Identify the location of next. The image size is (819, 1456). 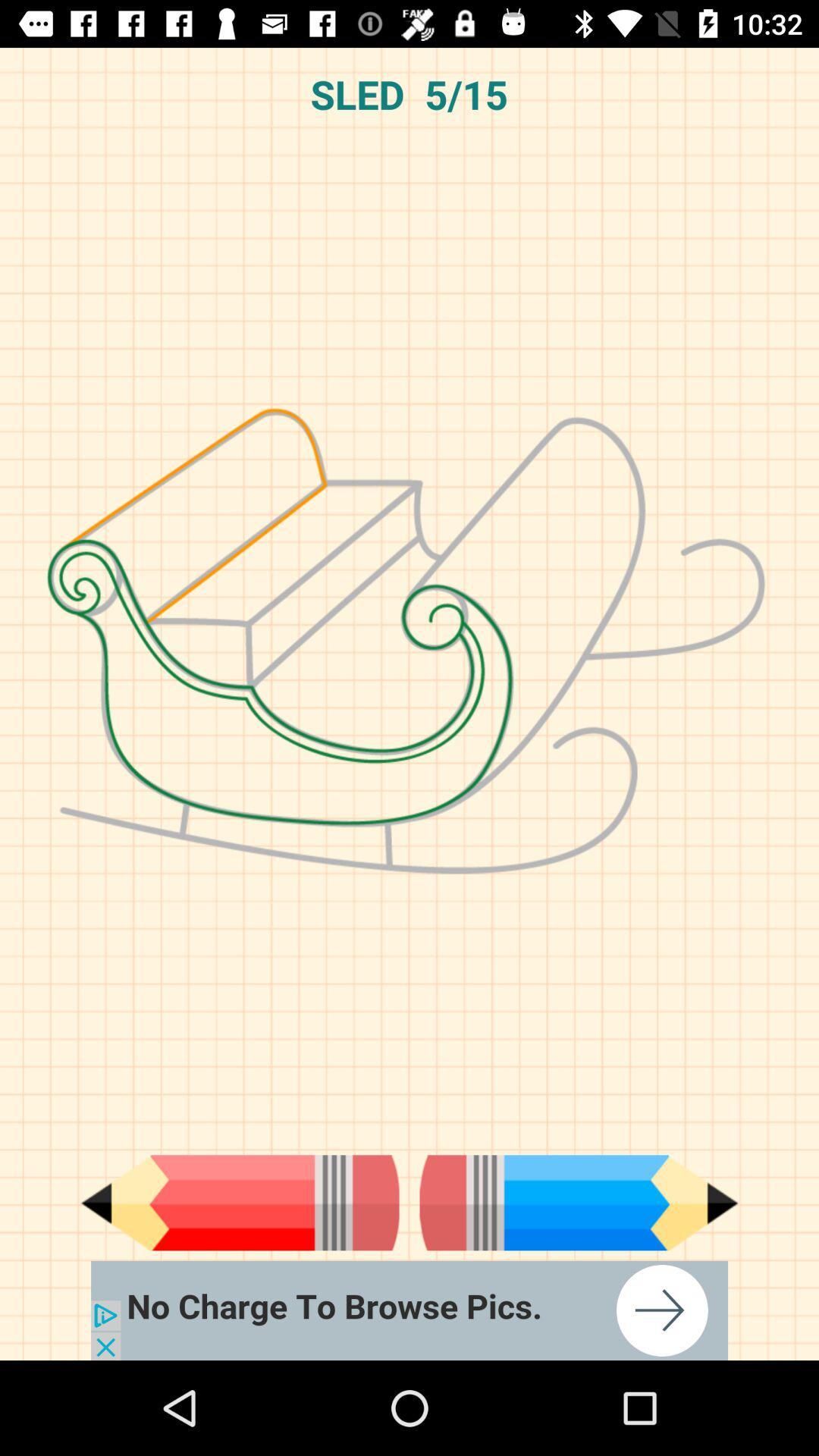
(579, 1202).